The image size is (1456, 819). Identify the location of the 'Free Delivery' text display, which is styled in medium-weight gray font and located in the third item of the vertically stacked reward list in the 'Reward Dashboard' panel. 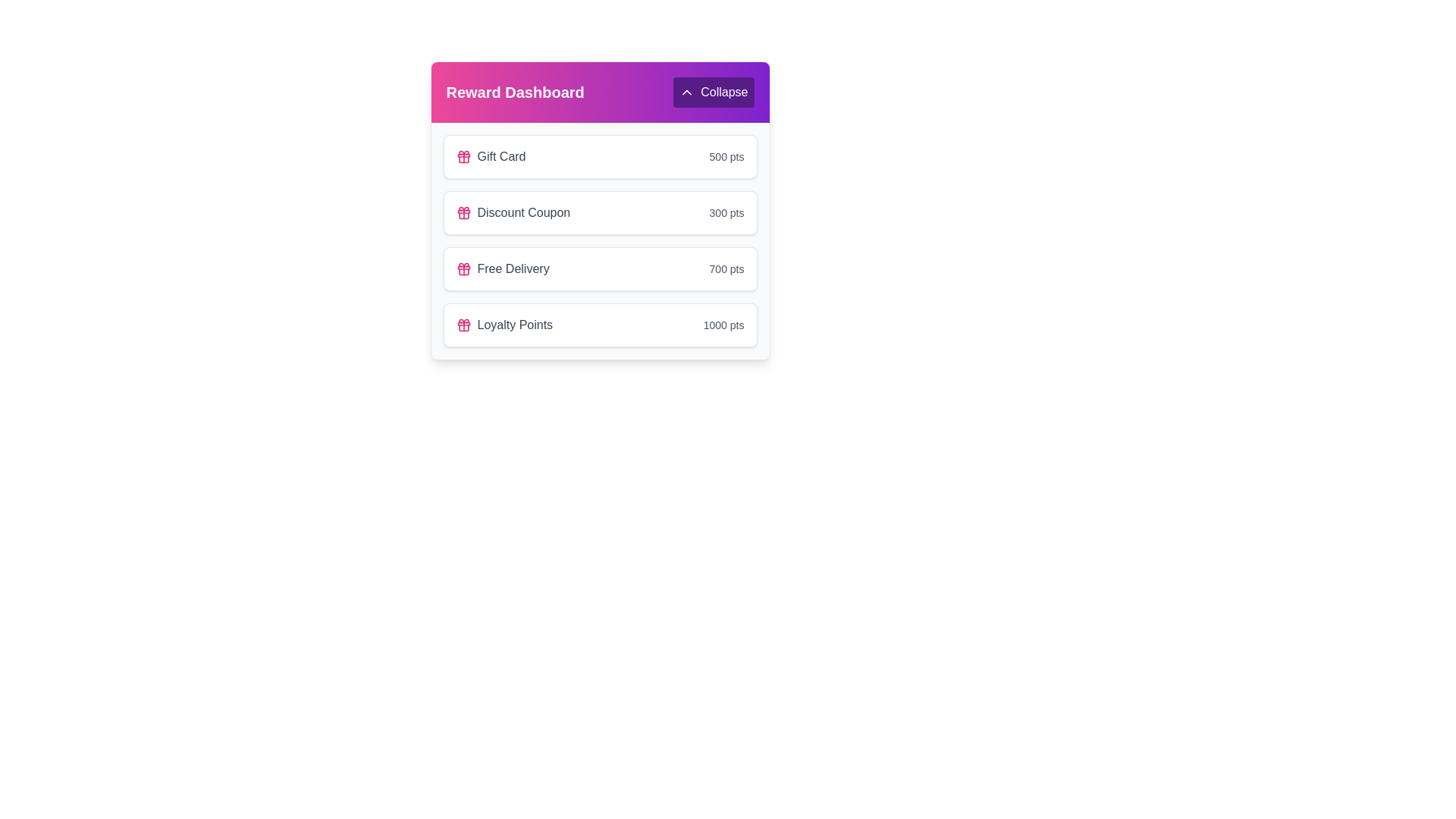
(513, 268).